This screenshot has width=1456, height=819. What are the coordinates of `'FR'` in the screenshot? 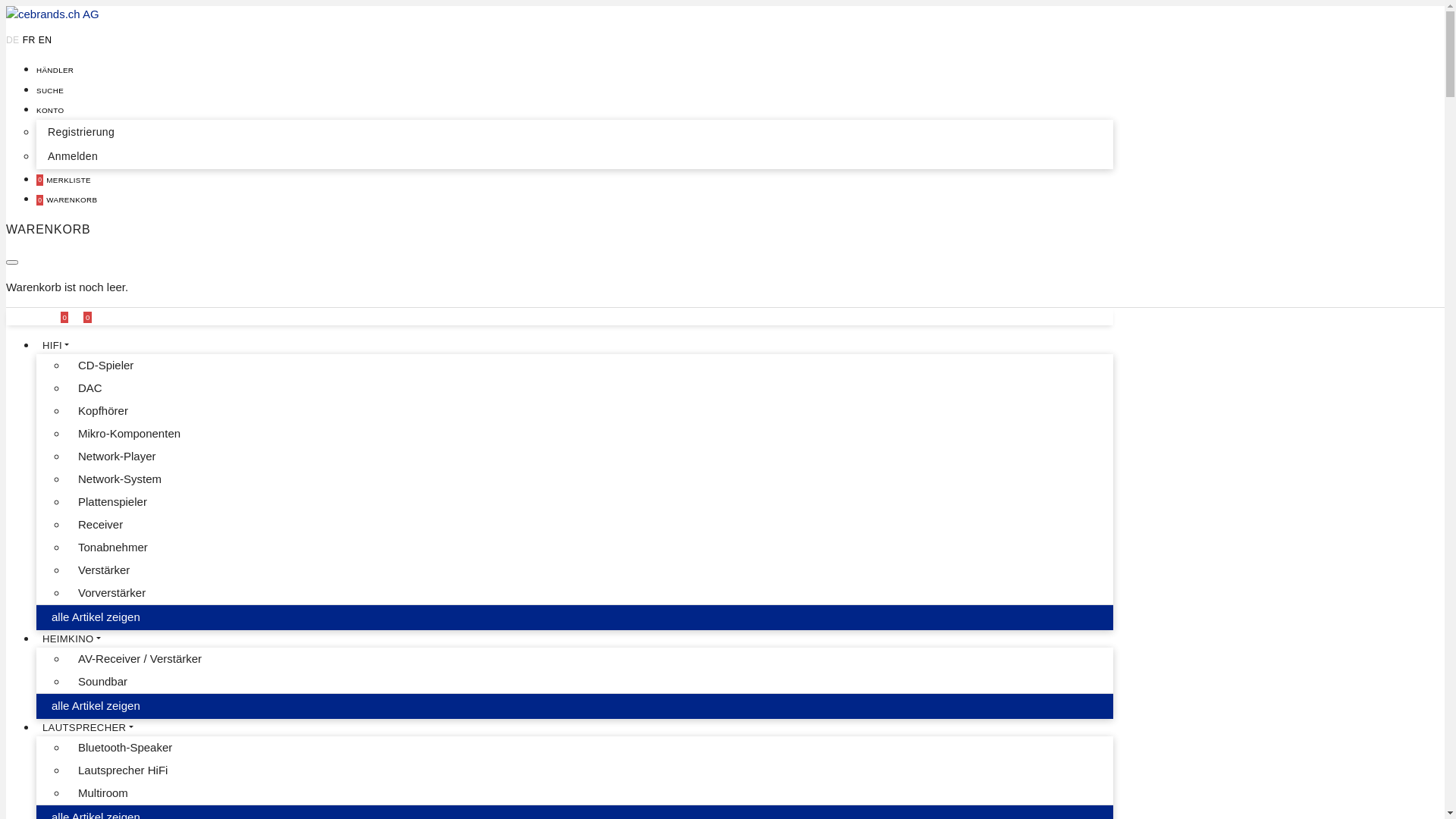 It's located at (29, 39).